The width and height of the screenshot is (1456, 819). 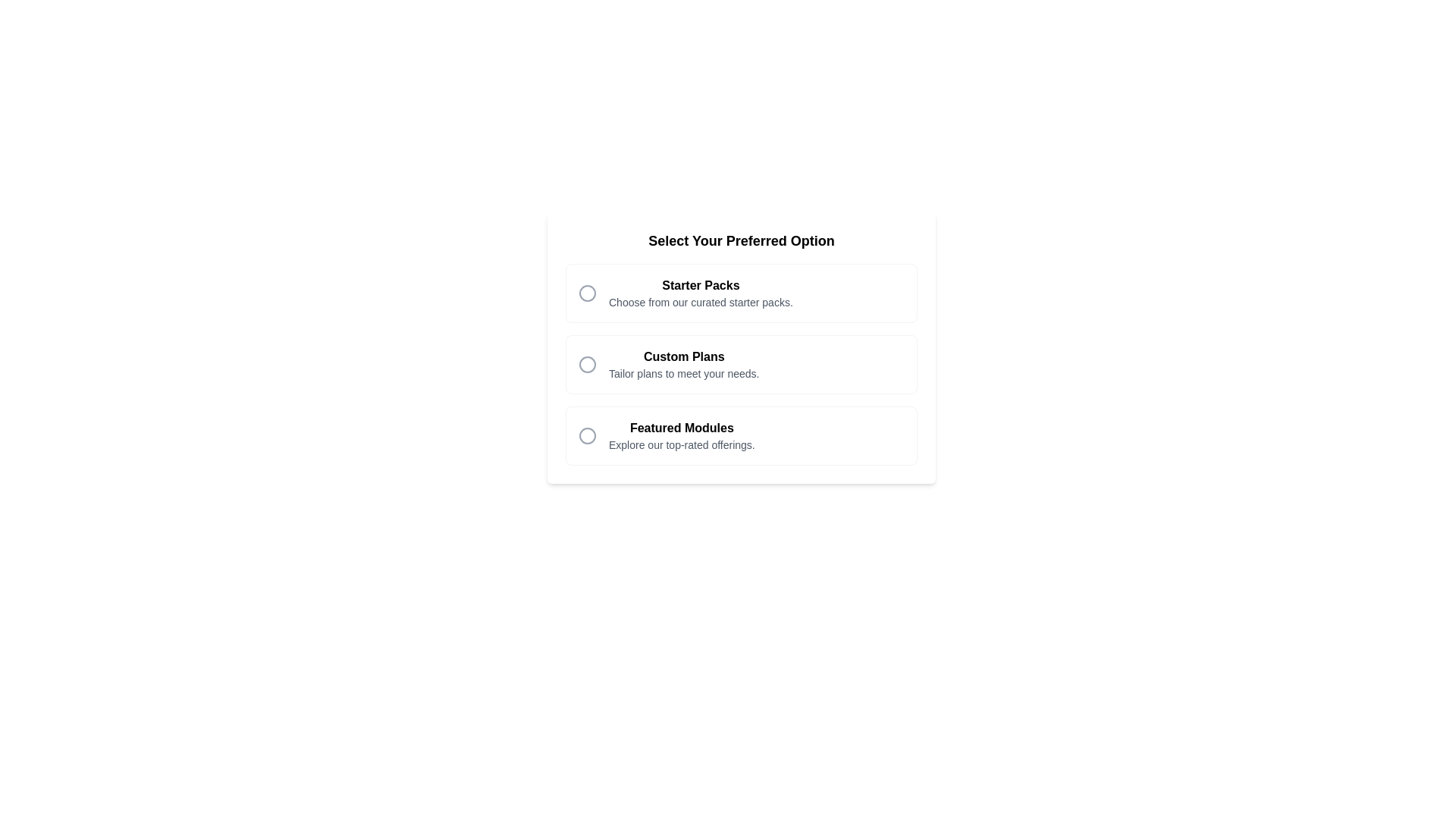 I want to click on the 'Starter Packs' label, which is prominently styled in bold font and positioned above the text 'Choose from our curated starter packs.', so click(x=700, y=286).